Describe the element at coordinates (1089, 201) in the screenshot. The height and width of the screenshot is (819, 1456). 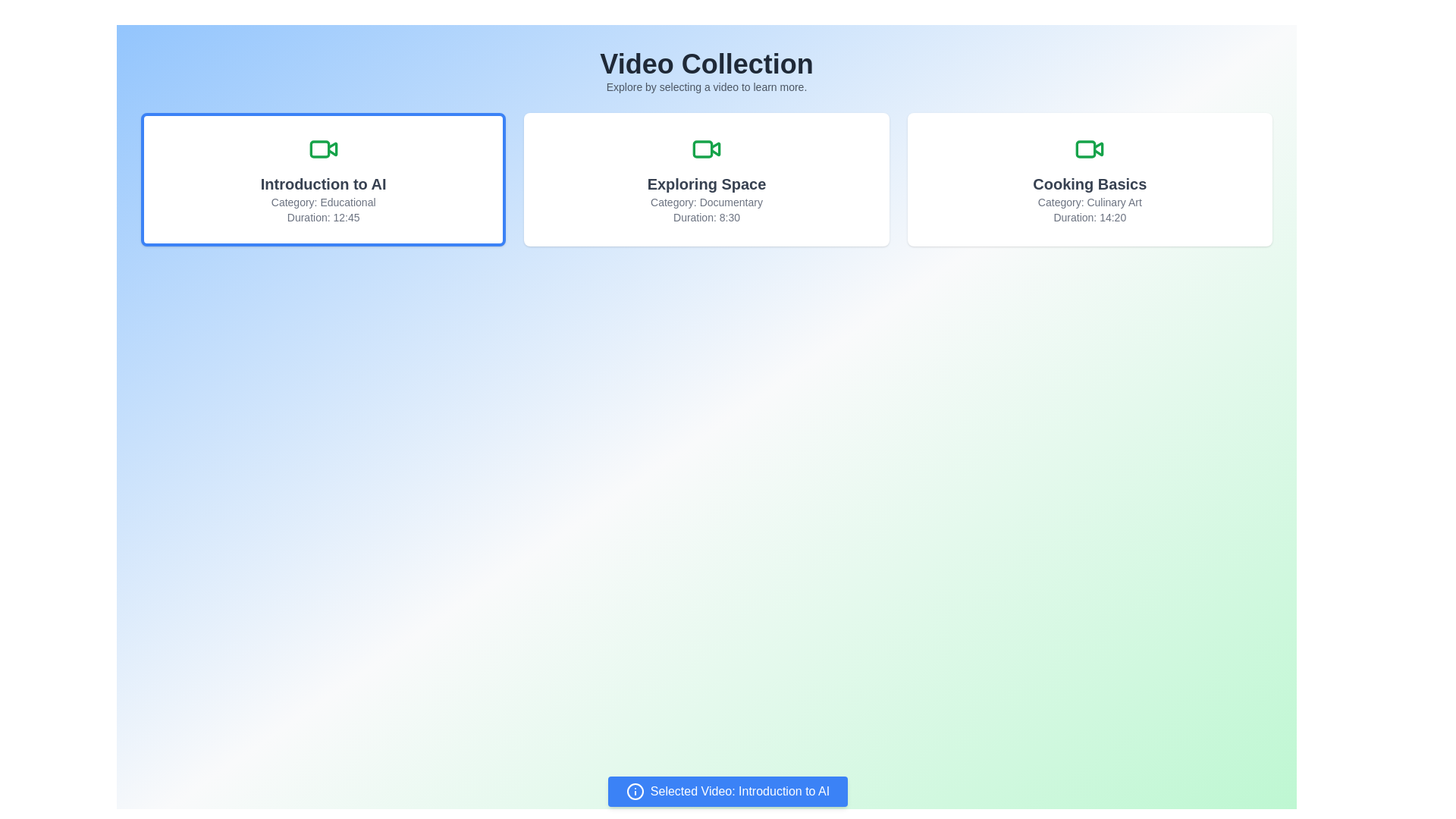
I see `text label that displays 'Category: Culinary Art', which is styled in a smaller gray font and located within the 'Cooking Basics' card, positioned below the title text` at that location.